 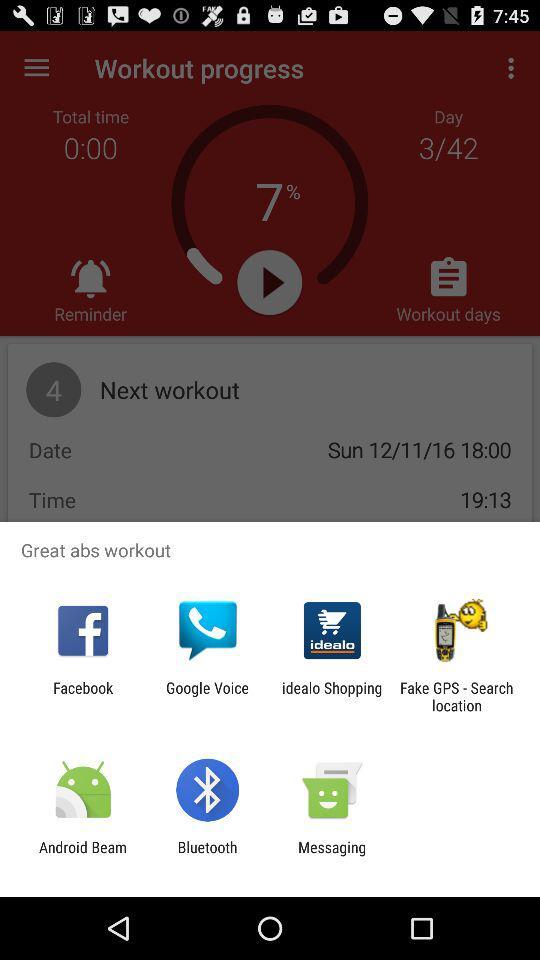 I want to click on the google voice, so click(x=206, y=696).